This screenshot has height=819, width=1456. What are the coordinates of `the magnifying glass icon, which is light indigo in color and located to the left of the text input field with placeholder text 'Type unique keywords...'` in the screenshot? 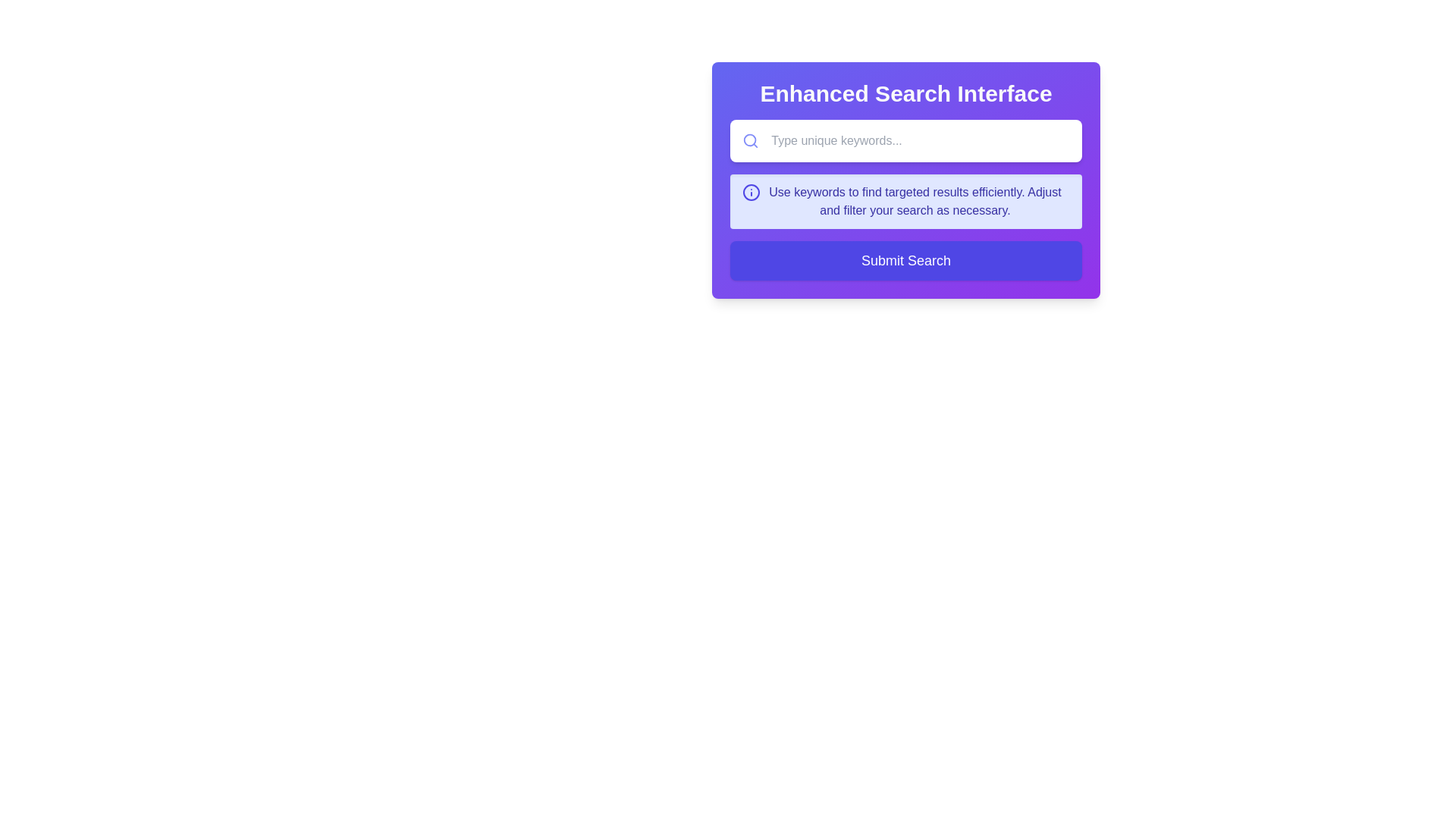 It's located at (751, 140).